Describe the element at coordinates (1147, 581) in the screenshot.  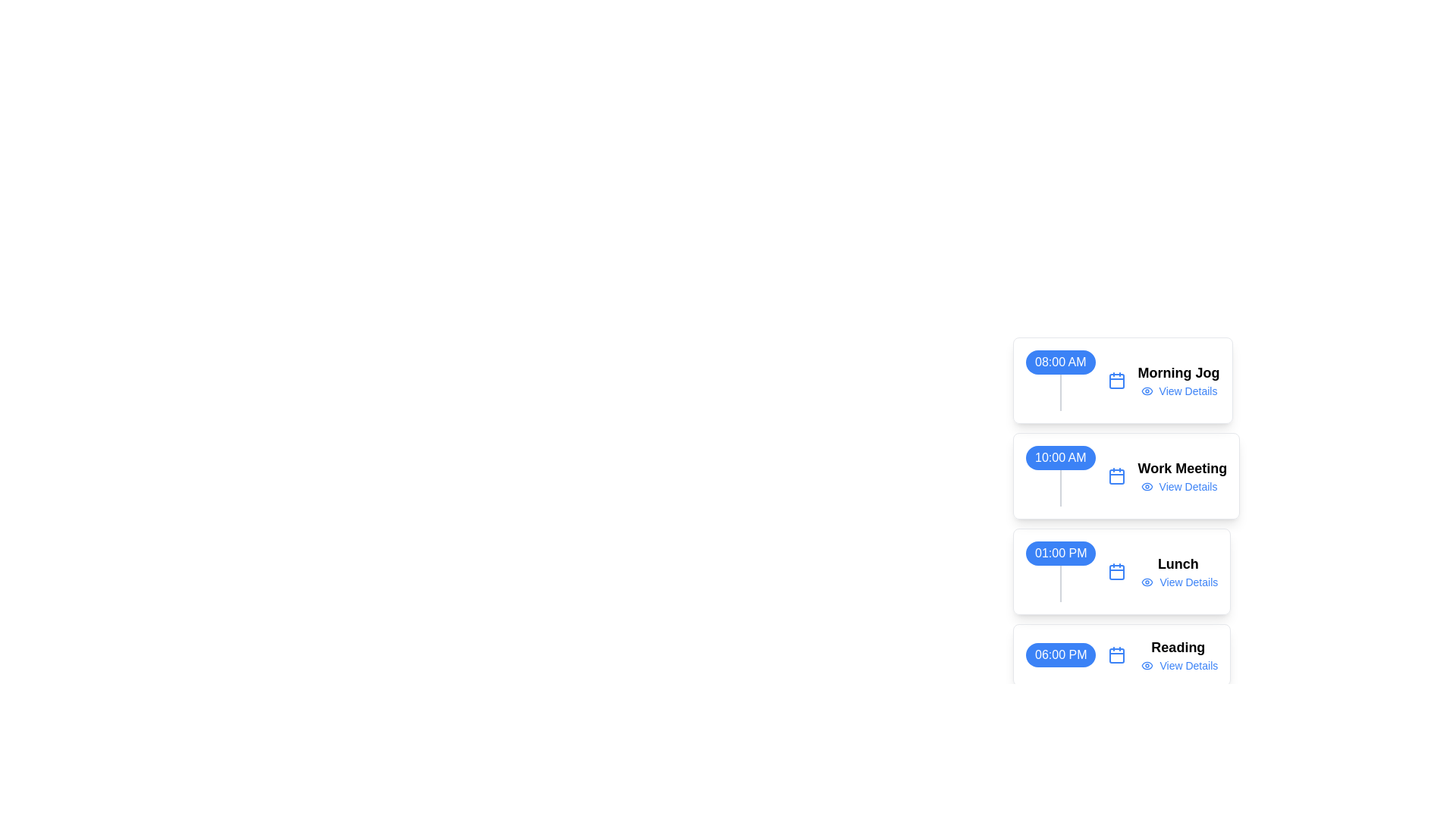
I see `the eye icon indicating the viewable state next to the 'View Details' text of the 'Morning Jog' event at 08:00 AM` at that location.